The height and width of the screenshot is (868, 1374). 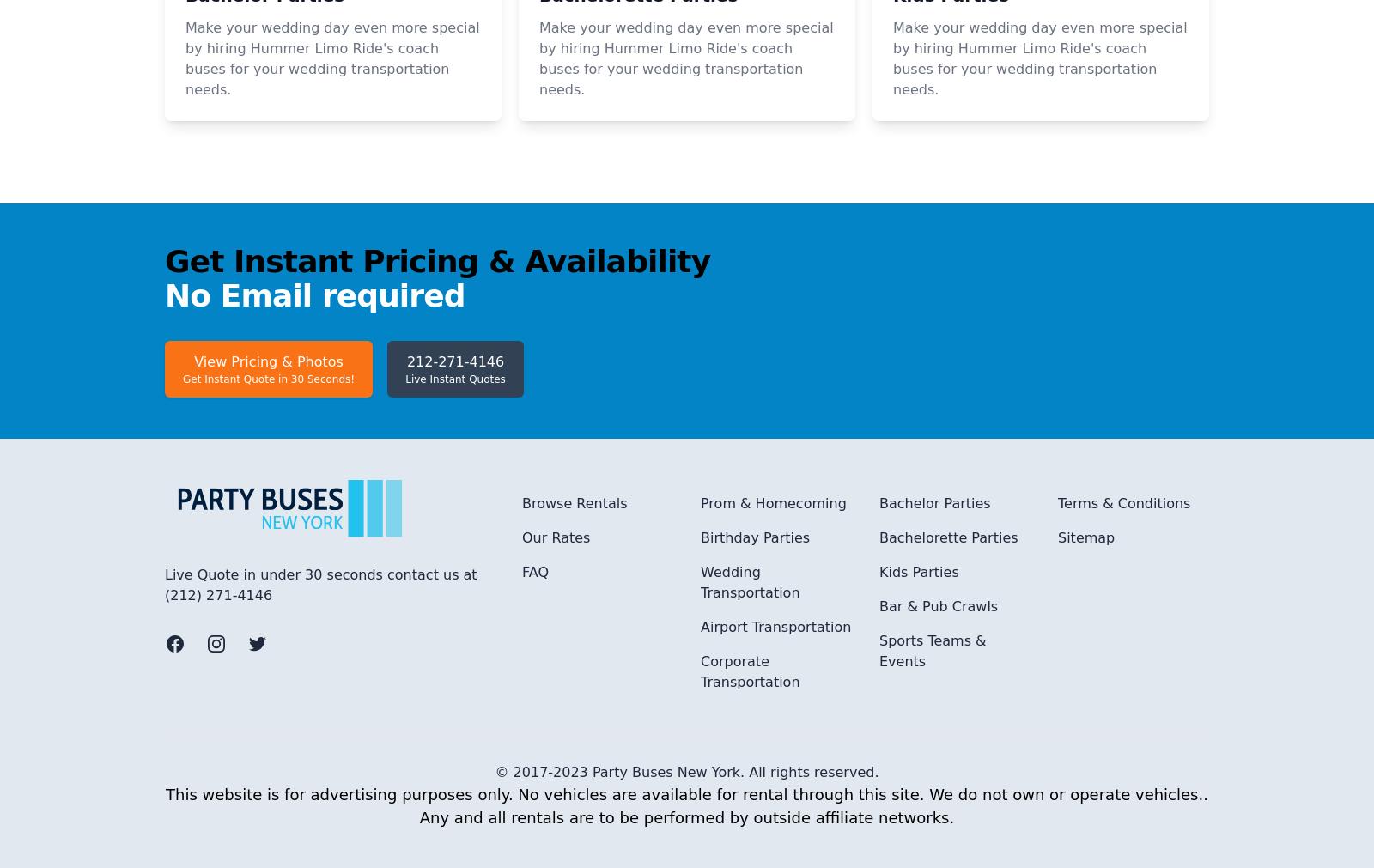 I want to click on 'No Email required', so click(x=164, y=524).